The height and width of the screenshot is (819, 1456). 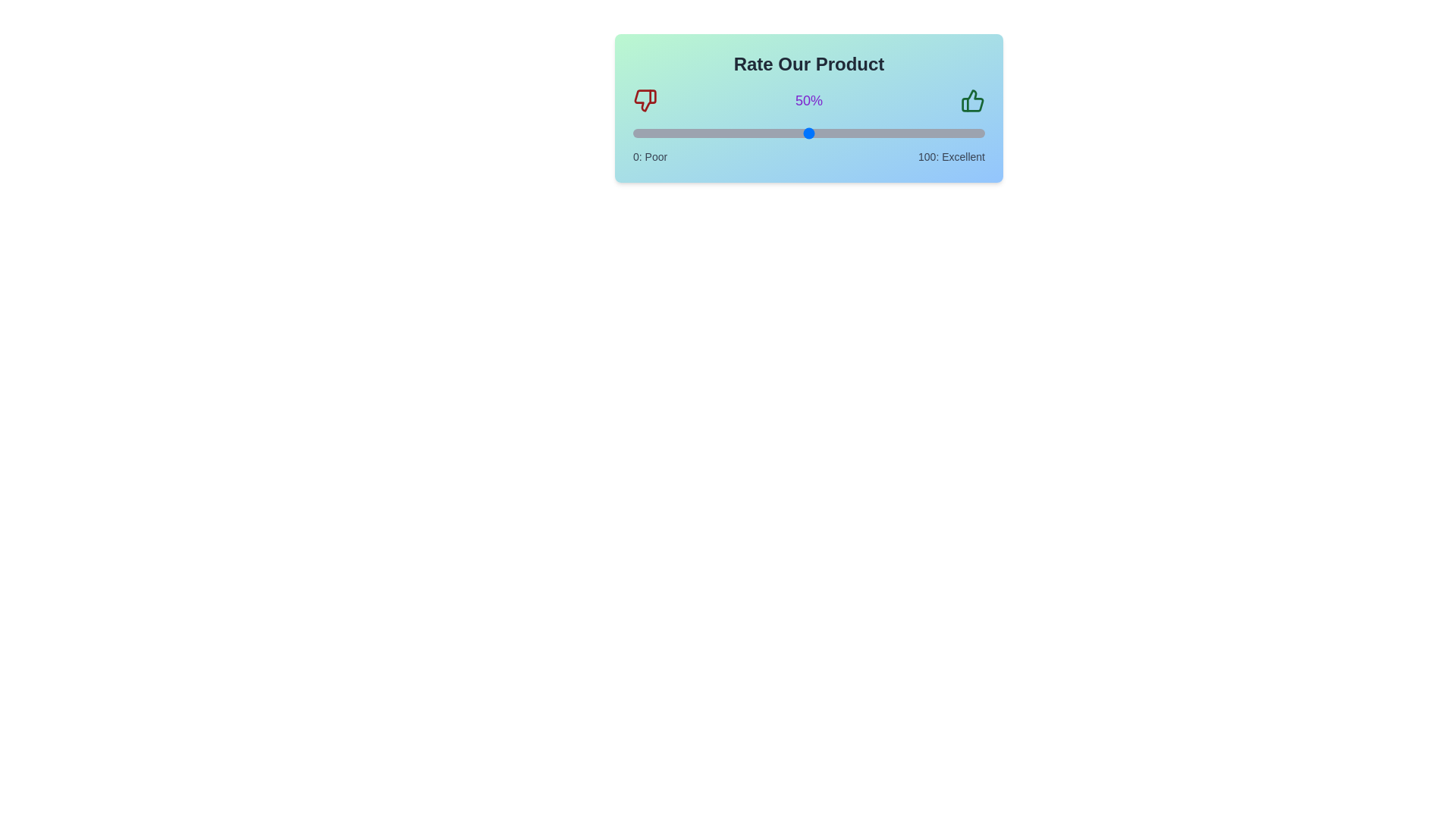 I want to click on the slider to set the rating to 35%, so click(x=756, y=133).